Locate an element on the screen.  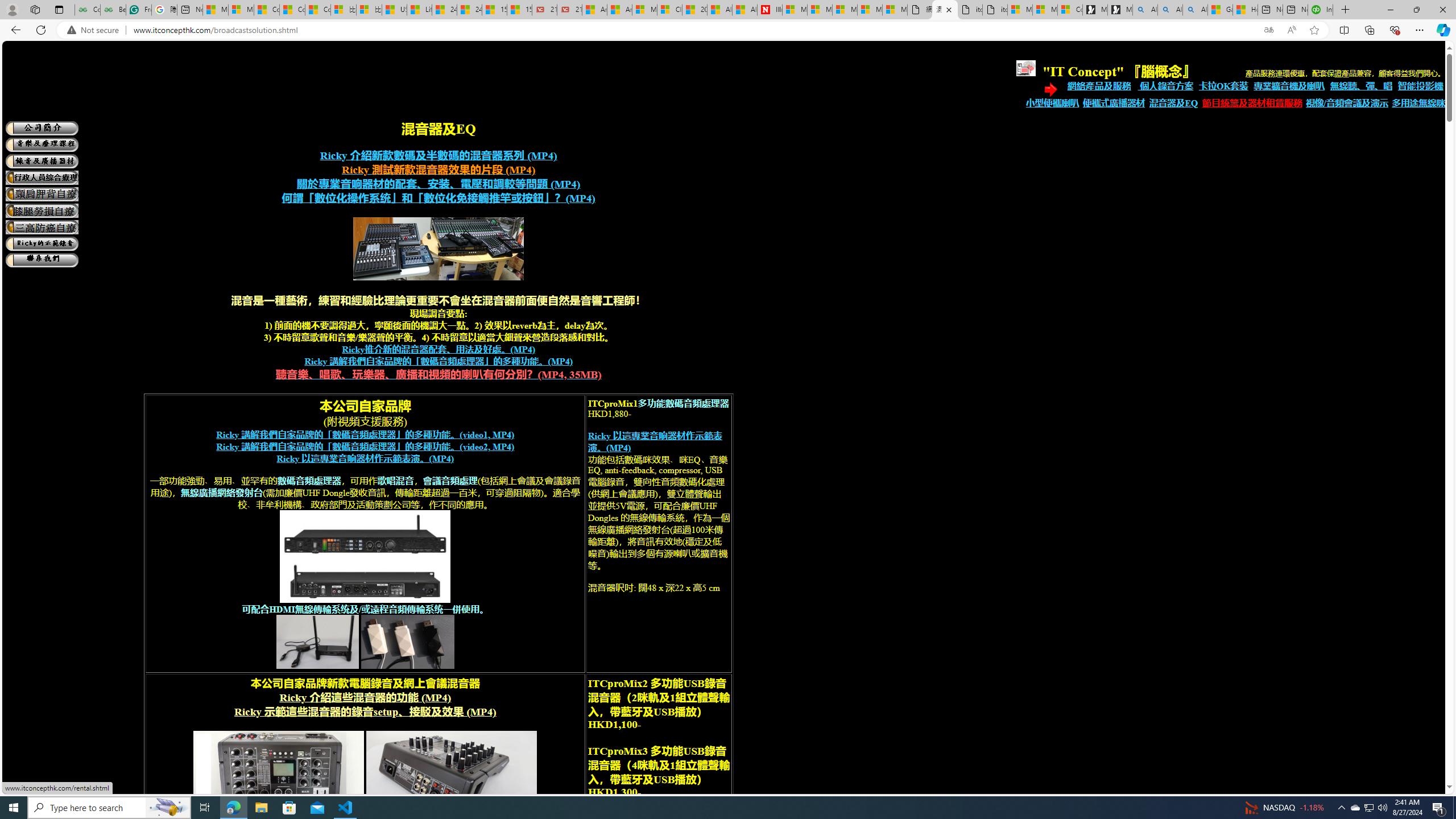
'Free AI Writing Assistance for Students | Grammarly' is located at coordinates (138, 9).